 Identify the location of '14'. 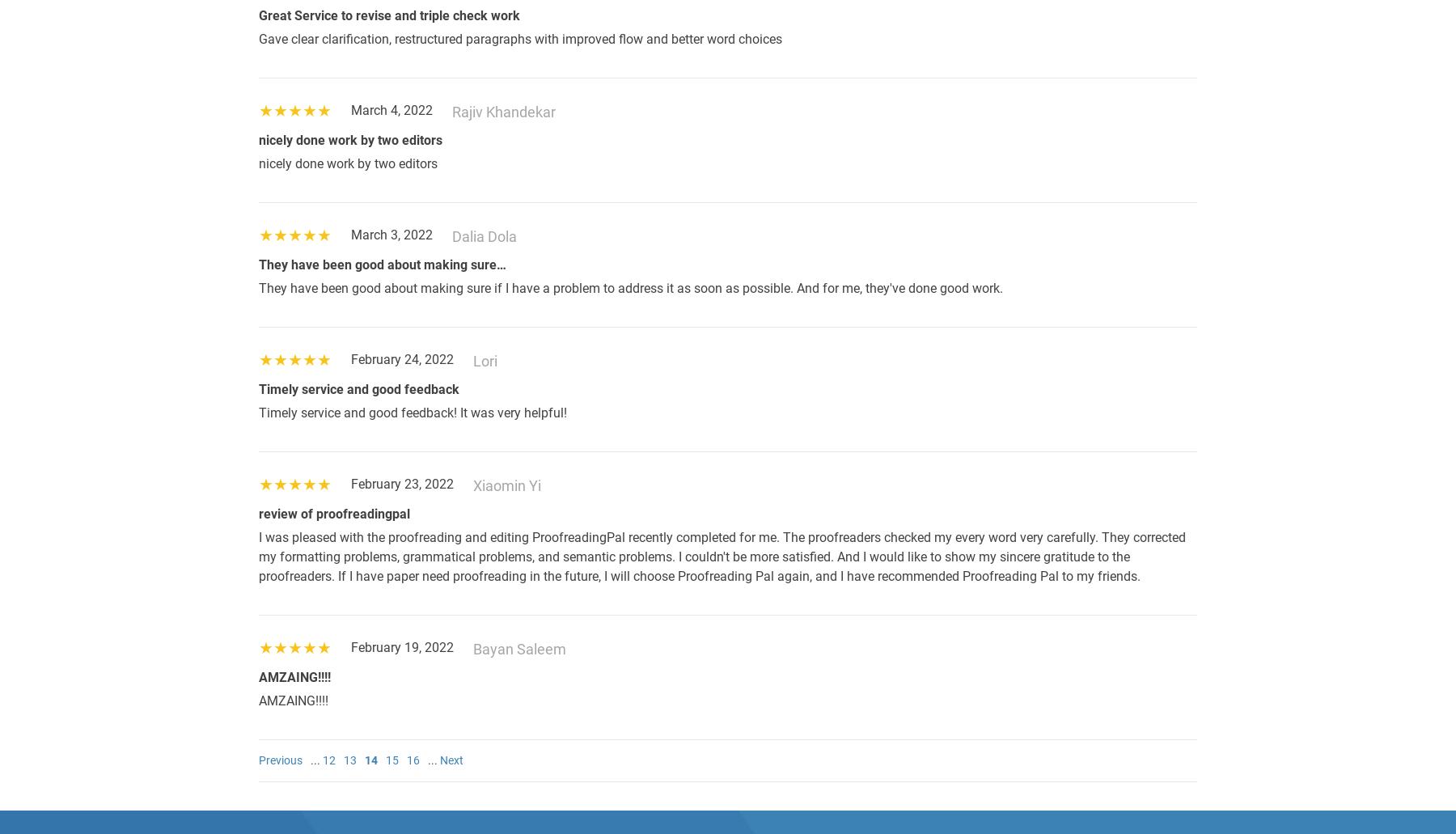
(370, 759).